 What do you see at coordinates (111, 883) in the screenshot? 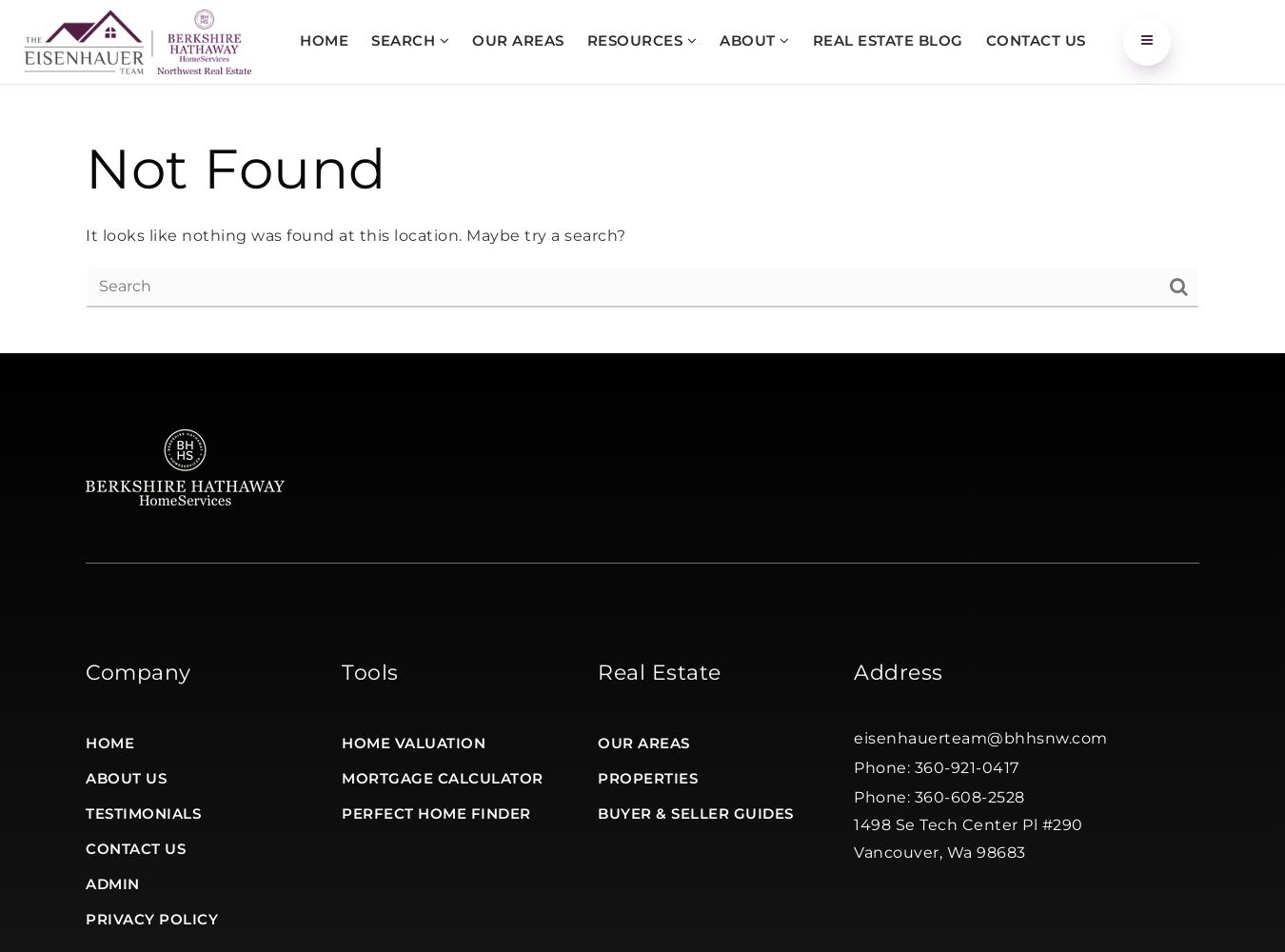
I see `'Admin'` at bounding box center [111, 883].